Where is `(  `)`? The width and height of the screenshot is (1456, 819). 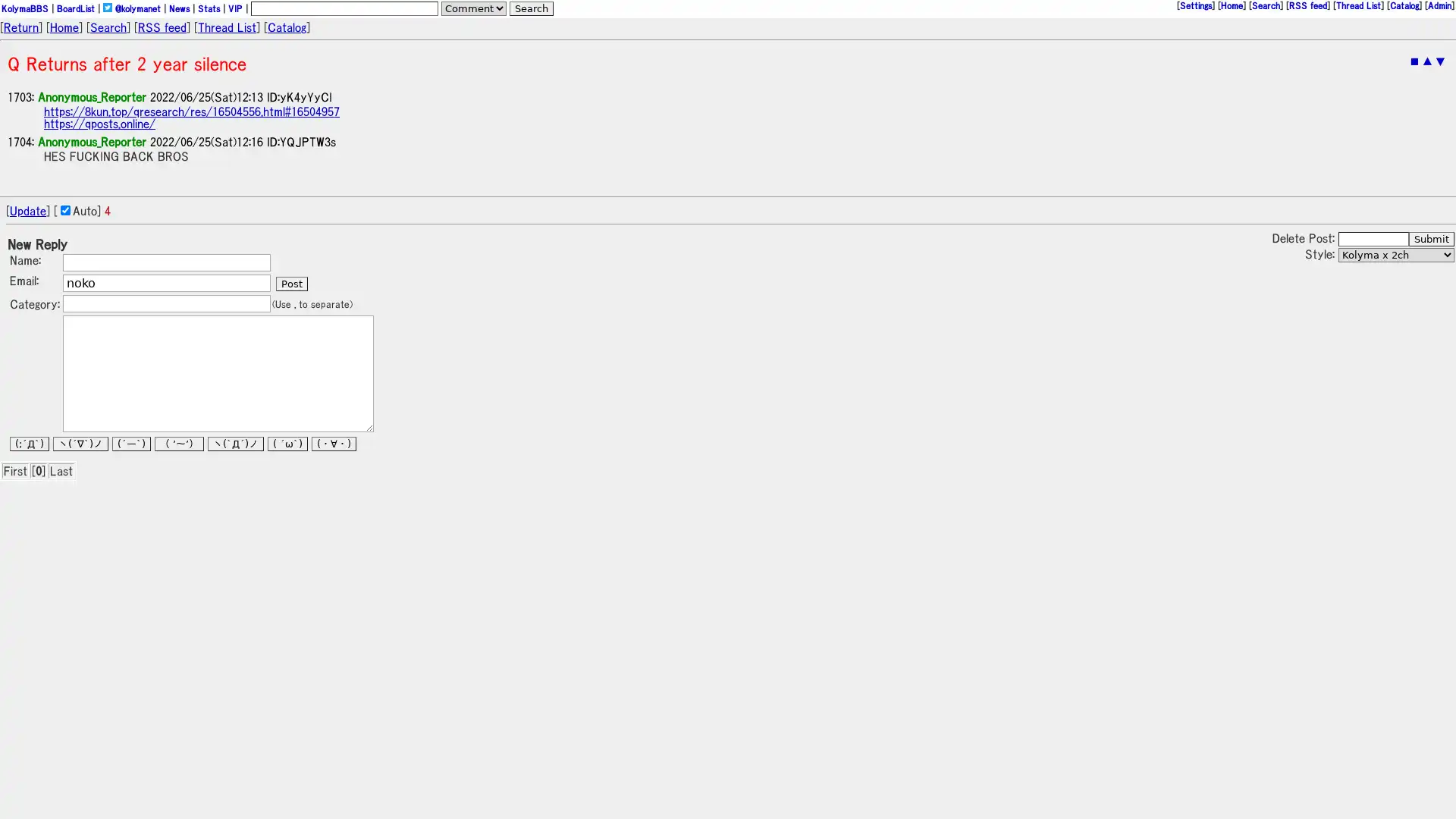
(  `) is located at coordinates (287, 444).